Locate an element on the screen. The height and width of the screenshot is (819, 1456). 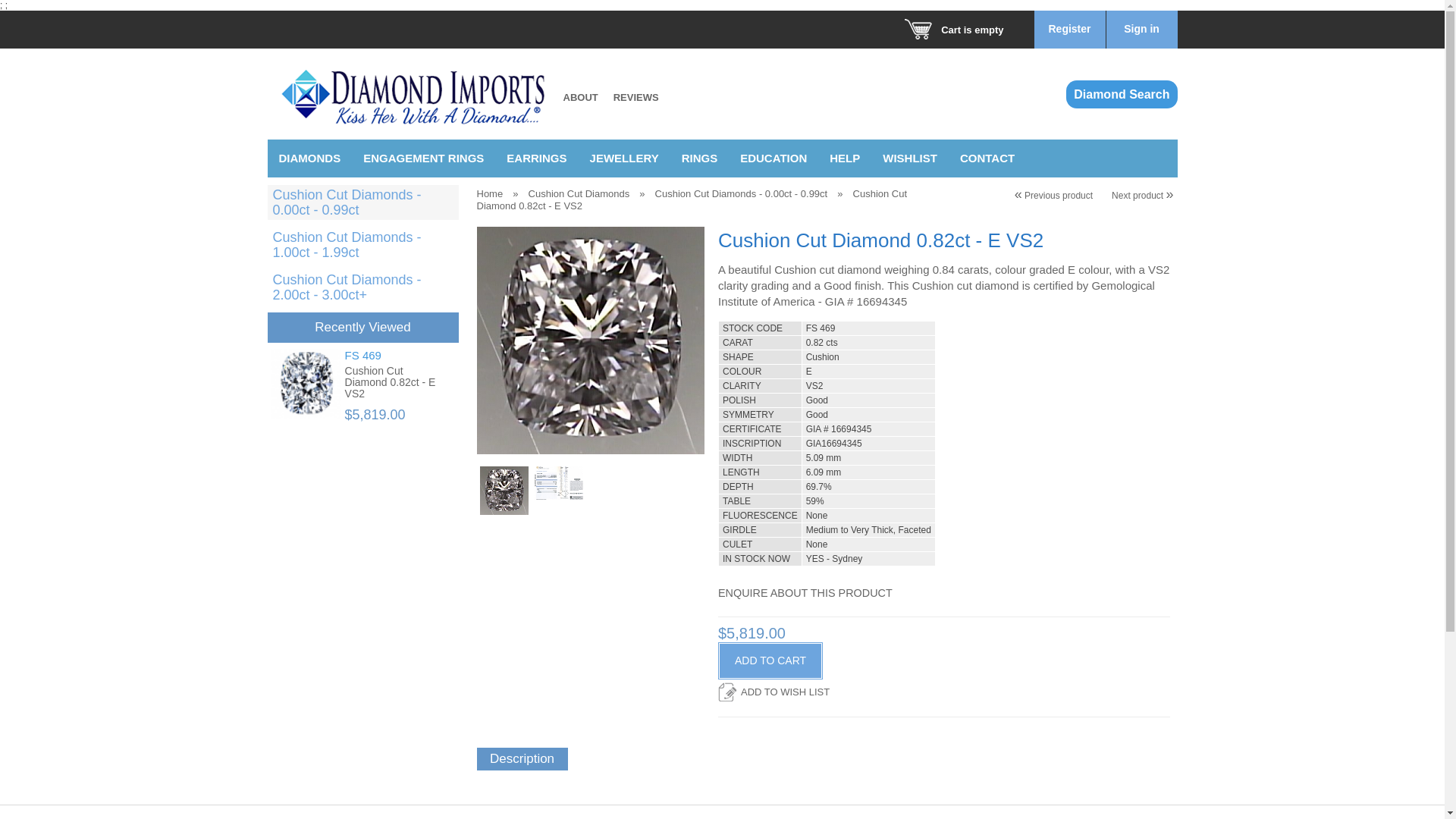
'DIAMONDS' is located at coordinates (266, 158).